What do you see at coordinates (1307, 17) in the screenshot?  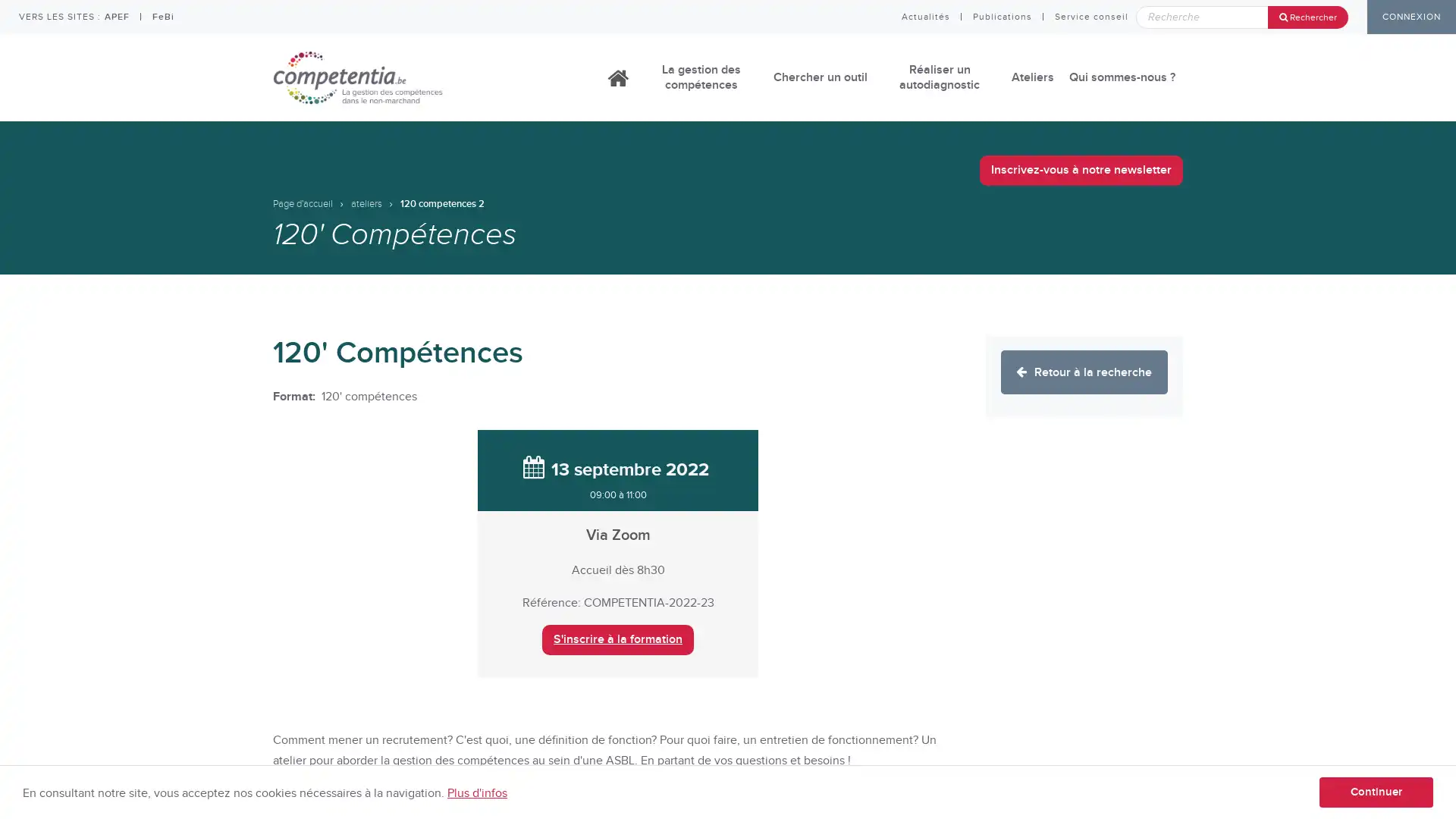 I see `Rechercher` at bounding box center [1307, 17].